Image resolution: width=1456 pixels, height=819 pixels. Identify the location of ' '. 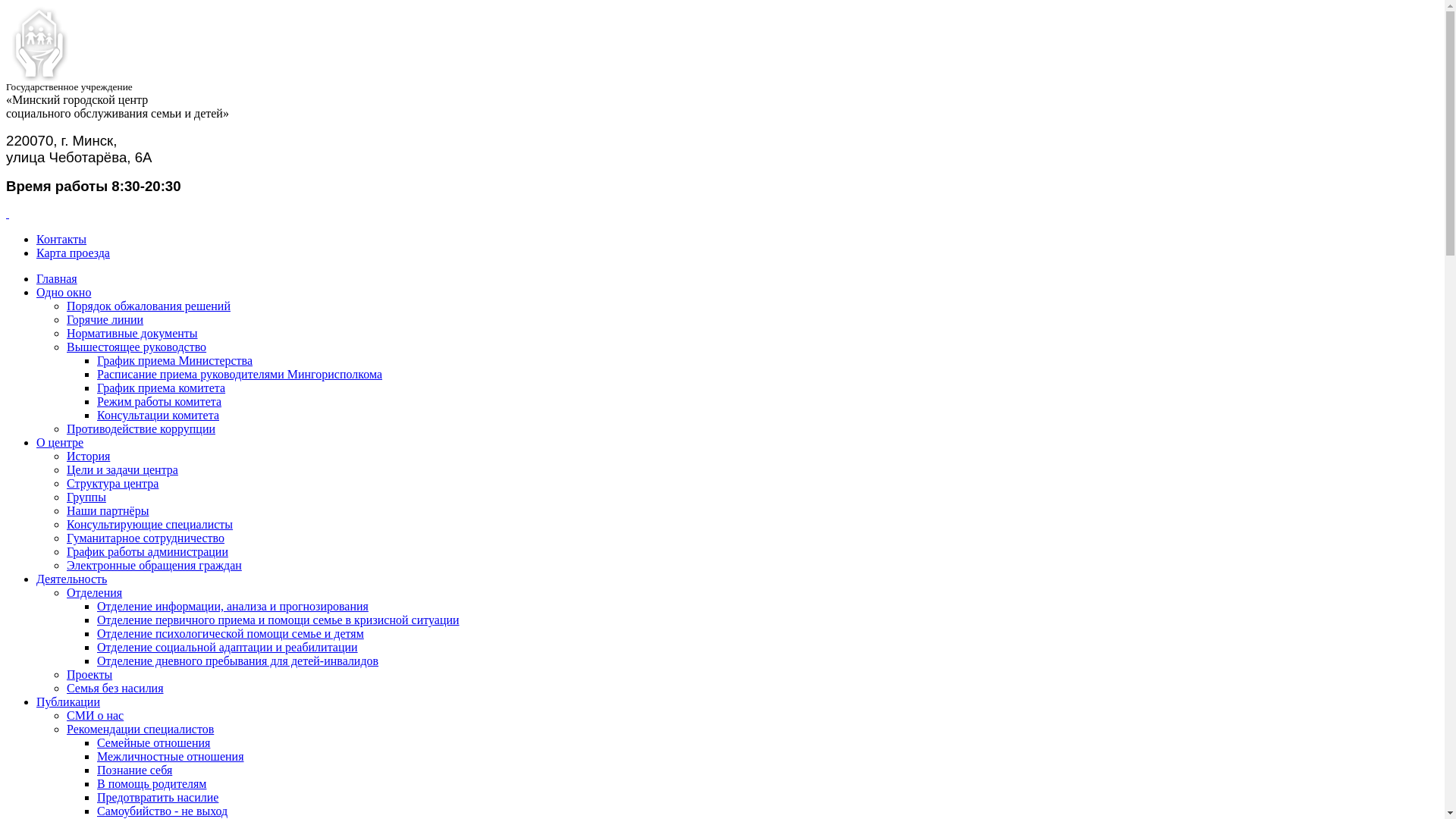
(7, 213).